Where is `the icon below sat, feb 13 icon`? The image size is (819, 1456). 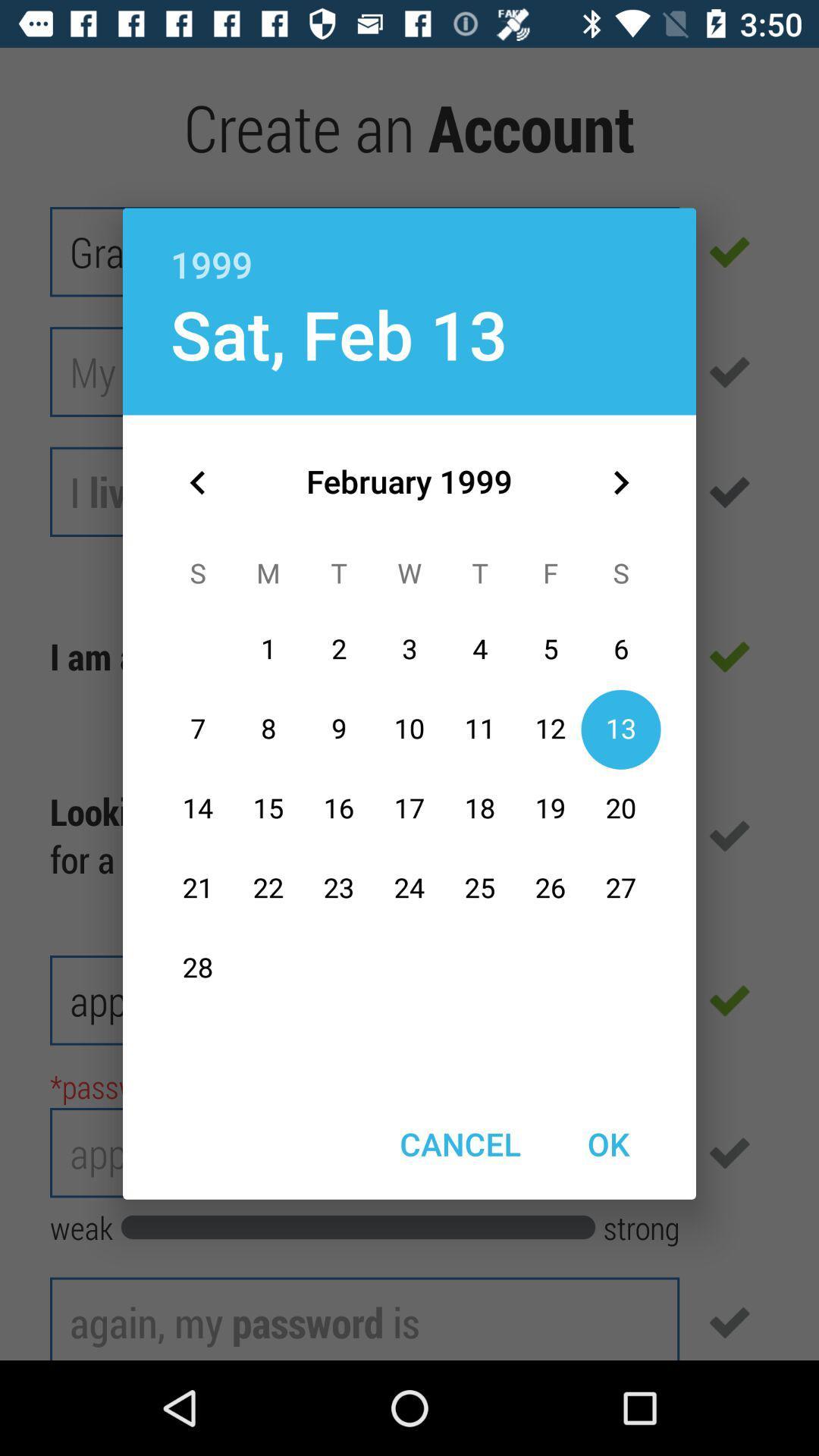 the icon below sat, feb 13 icon is located at coordinates (197, 482).